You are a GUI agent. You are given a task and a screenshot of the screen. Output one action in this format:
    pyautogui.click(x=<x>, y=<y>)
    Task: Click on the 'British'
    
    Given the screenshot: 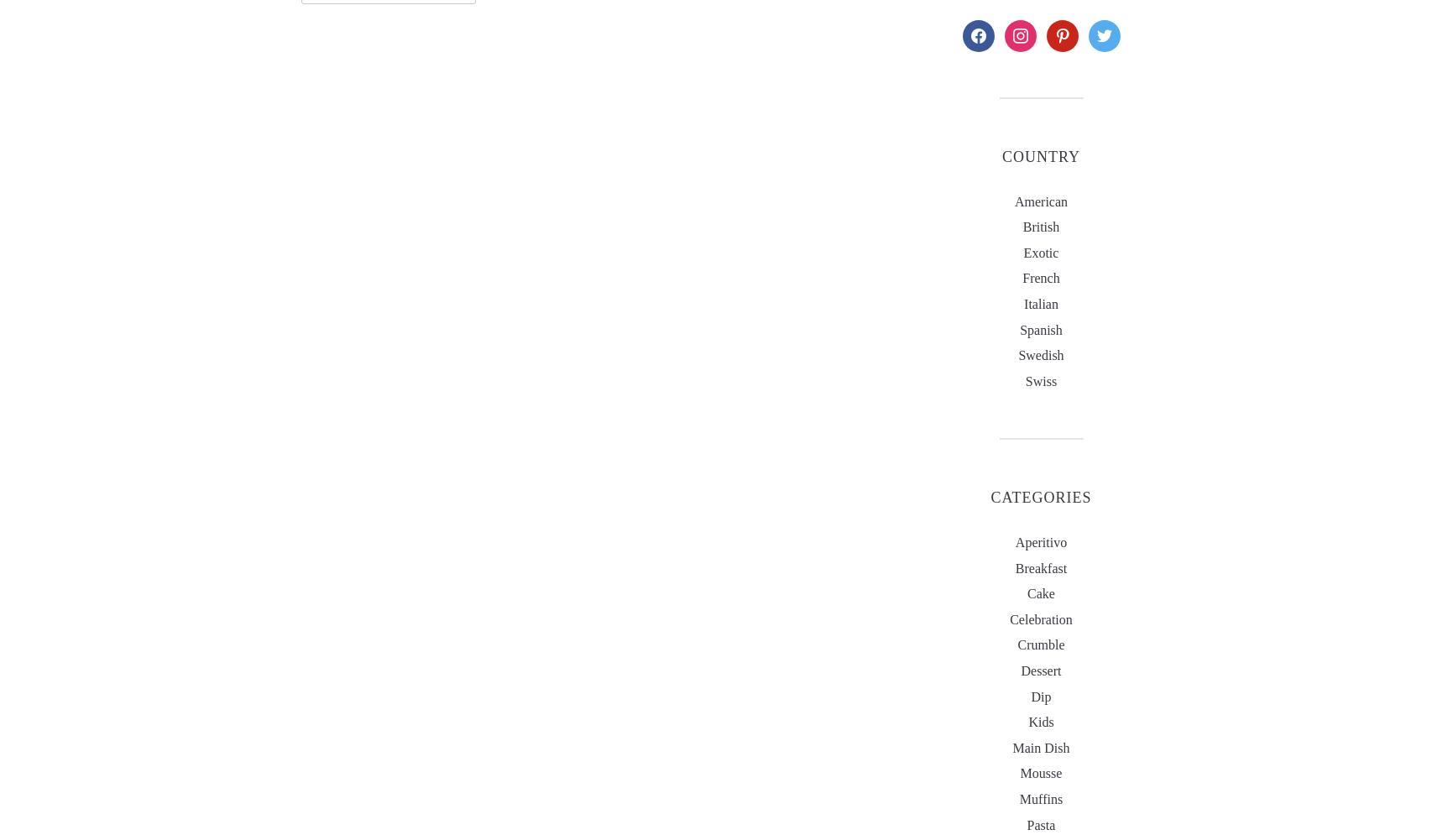 What is the action you would take?
    pyautogui.click(x=1022, y=226)
    